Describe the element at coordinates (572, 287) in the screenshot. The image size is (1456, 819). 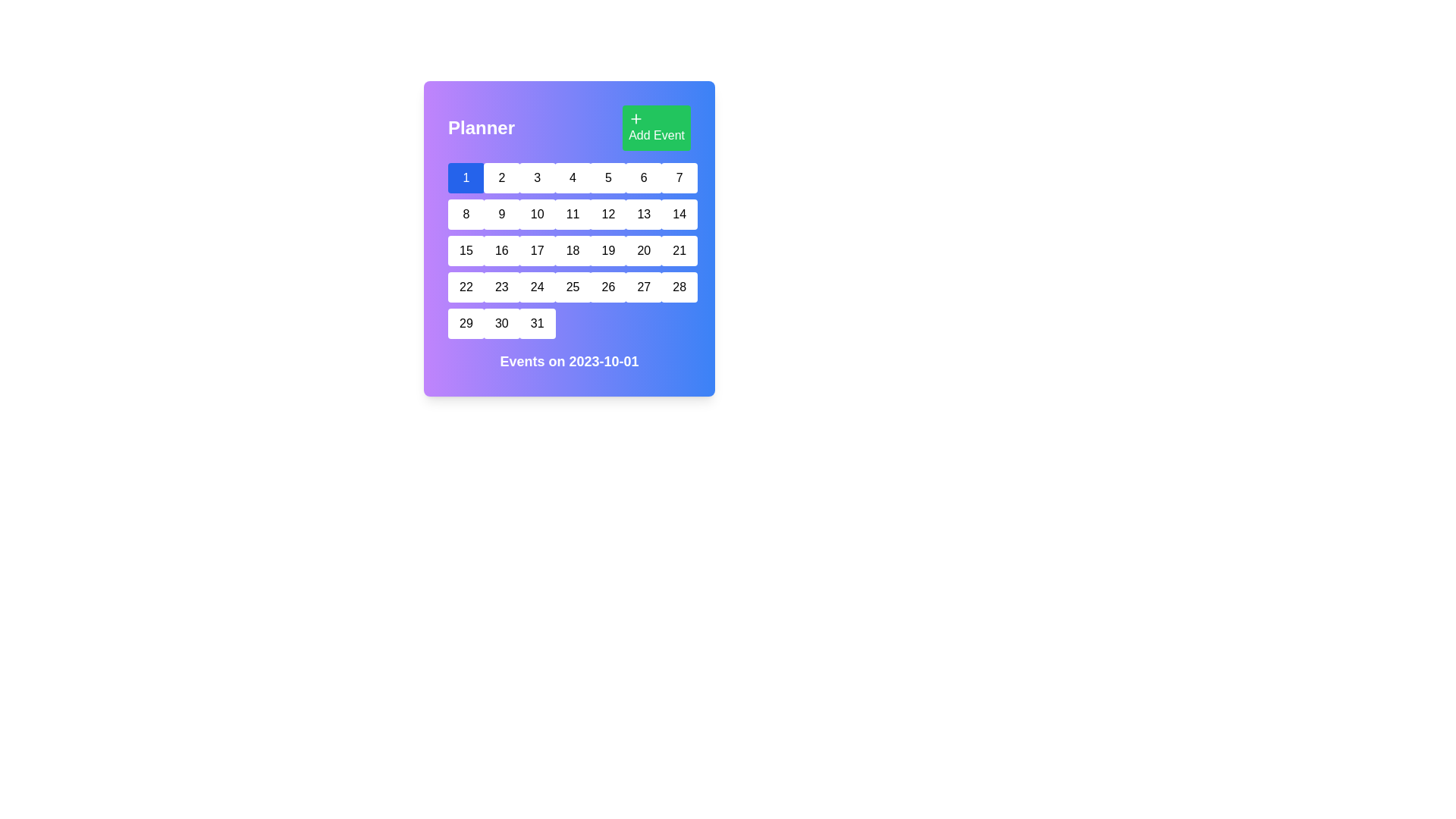
I see `the button representing day '25' in the calendar` at that location.